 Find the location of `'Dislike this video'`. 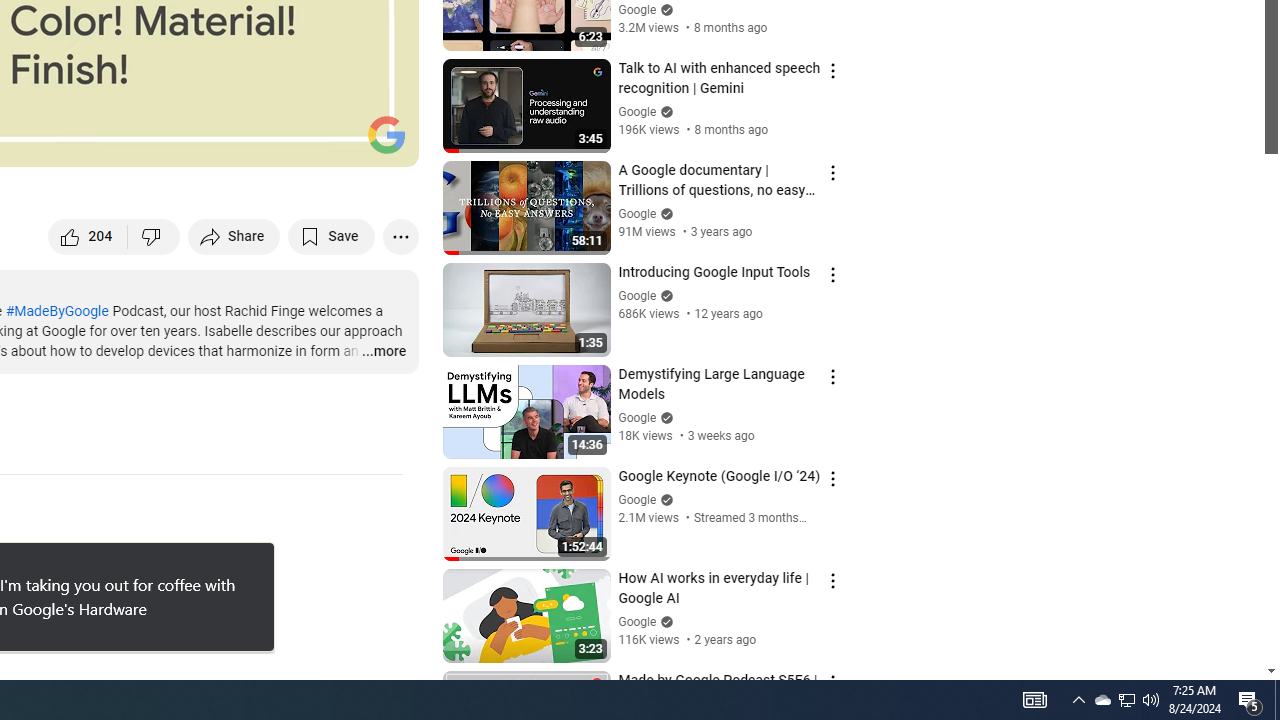

'Dislike this video' is located at coordinates (153, 235).